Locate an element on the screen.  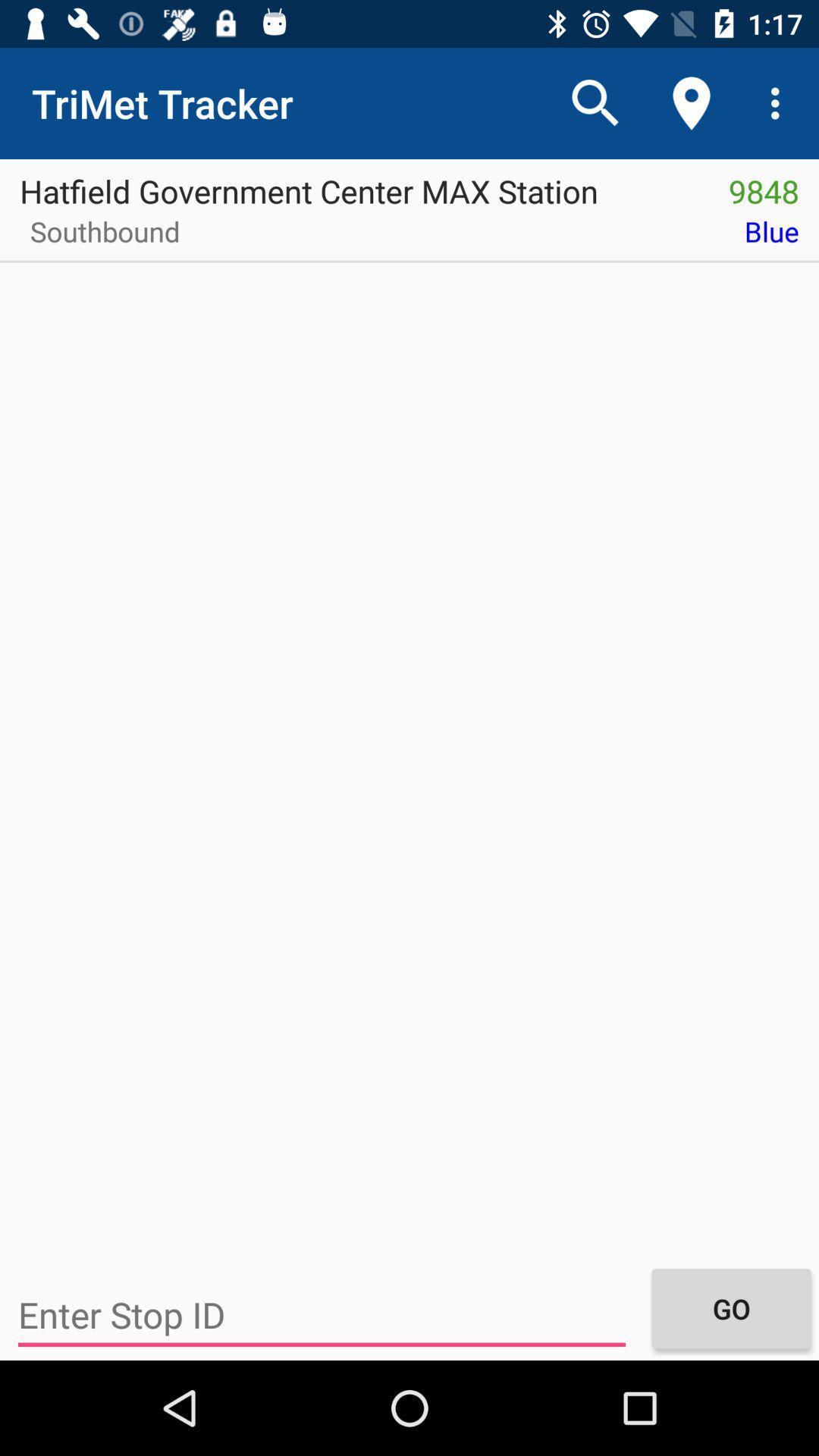
item to the right of the trimet tracker item is located at coordinates (595, 102).